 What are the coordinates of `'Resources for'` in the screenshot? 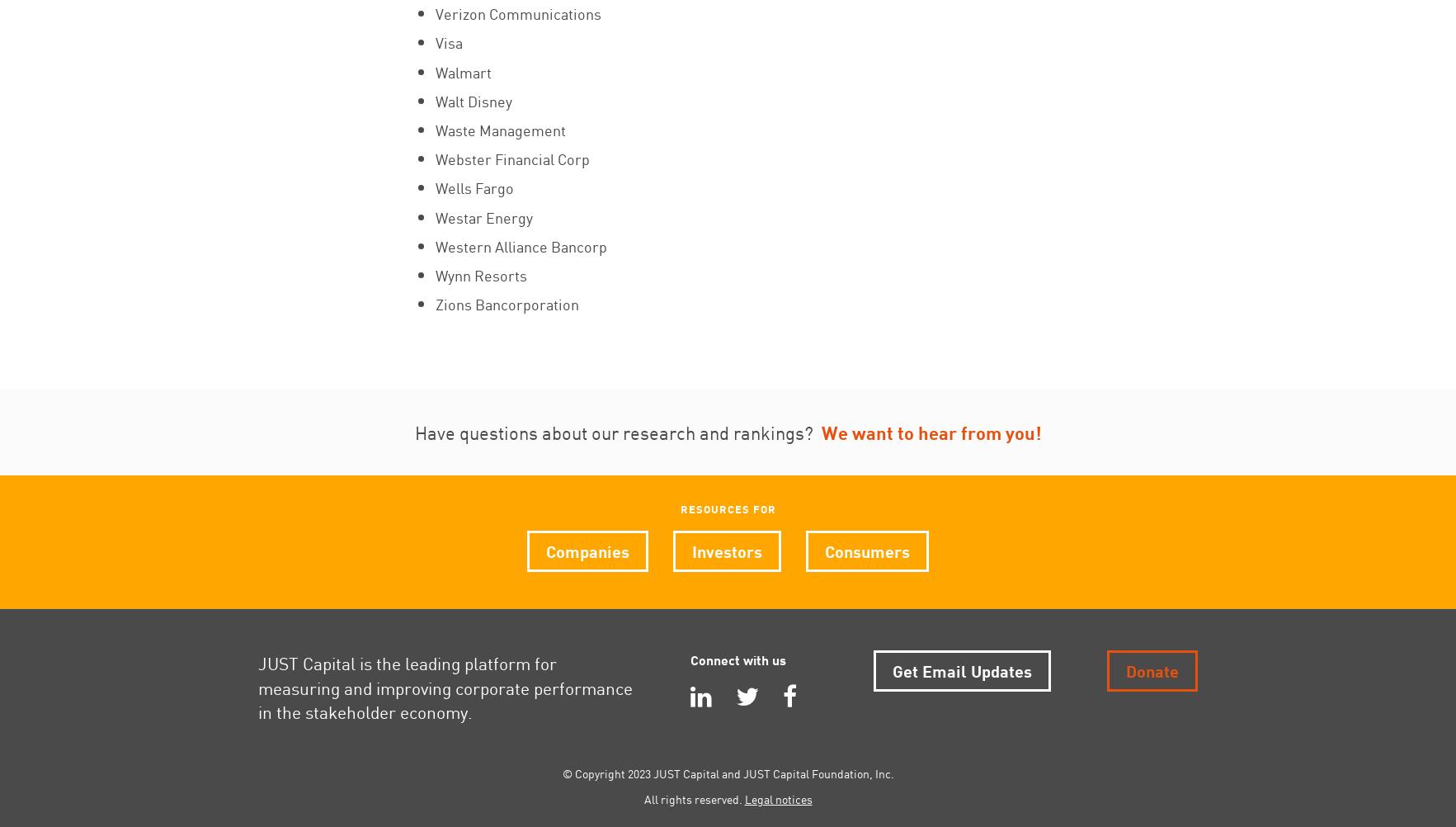 It's located at (726, 508).